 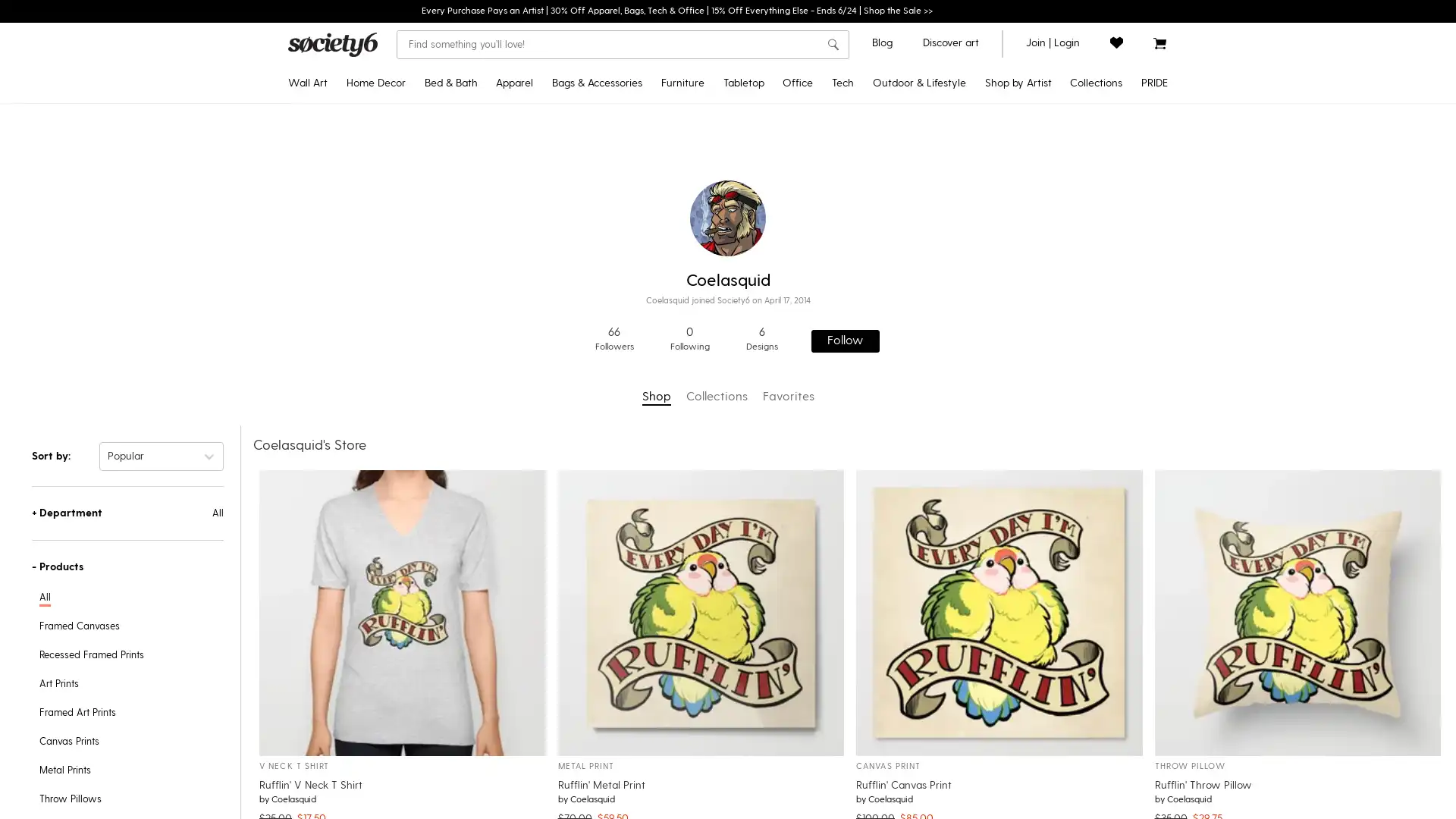 I want to click on Celebrate Pride Month, so click(x=1094, y=121).